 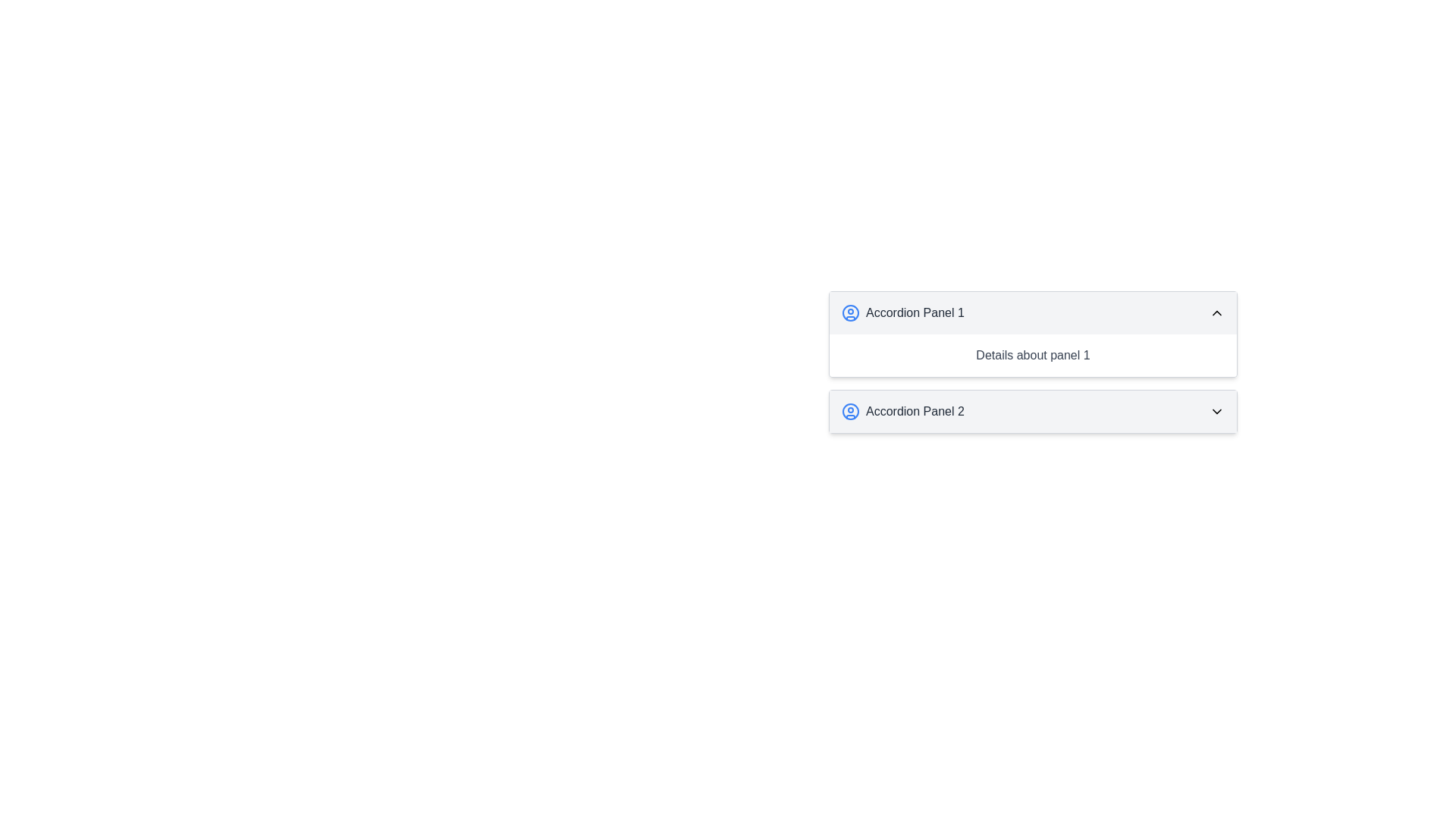 What do you see at coordinates (1032, 356) in the screenshot?
I see `the static text label that provides descriptive information related to 'Accordion Panel 1', which is located beneath the panel's title and above 'Accordion Panel 2'` at bounding box center [1032, 356].